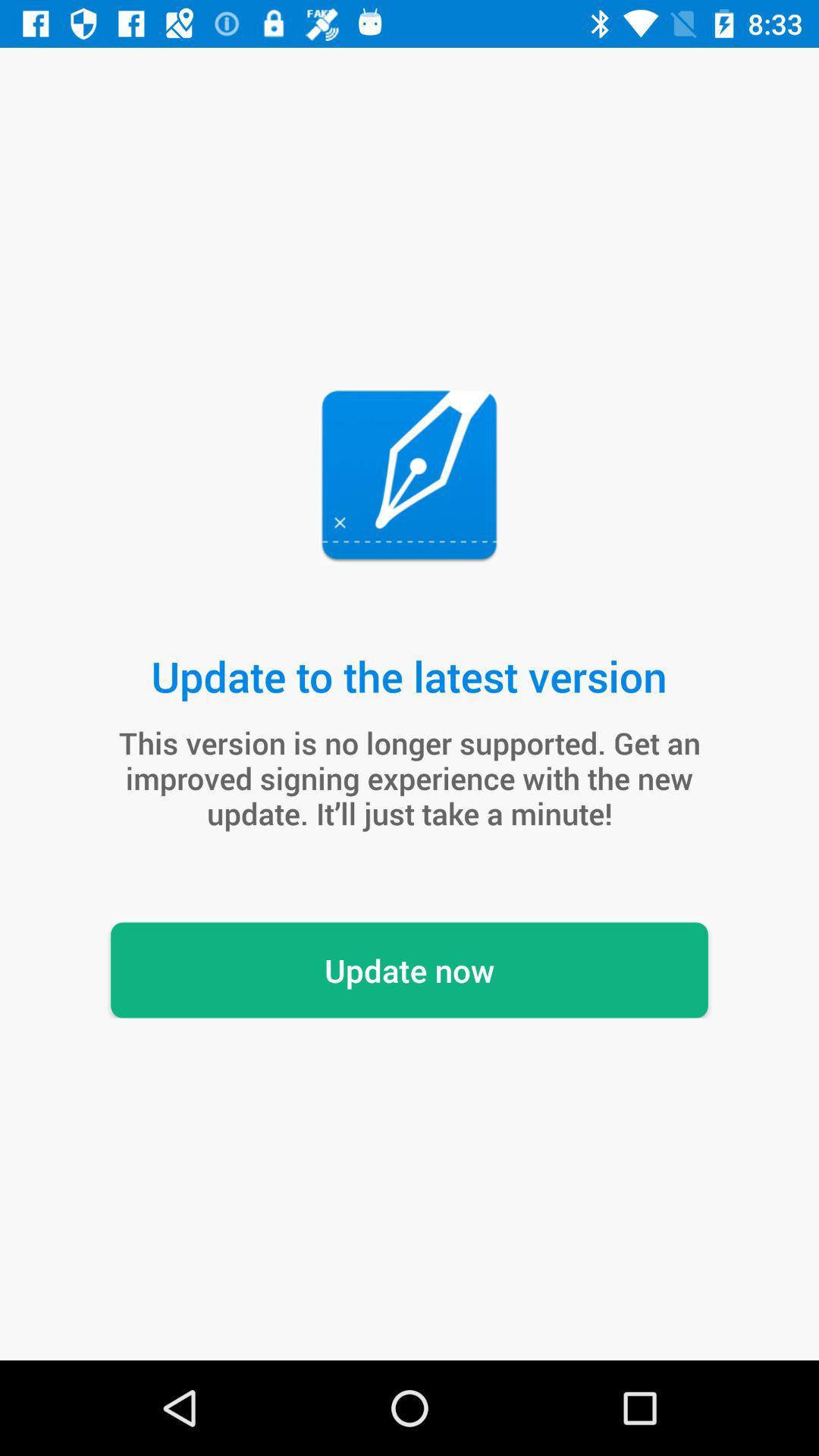 Image resolution: width=819 pixels, height=1456 pixels. I want to click on the update now, so click(409, 969).